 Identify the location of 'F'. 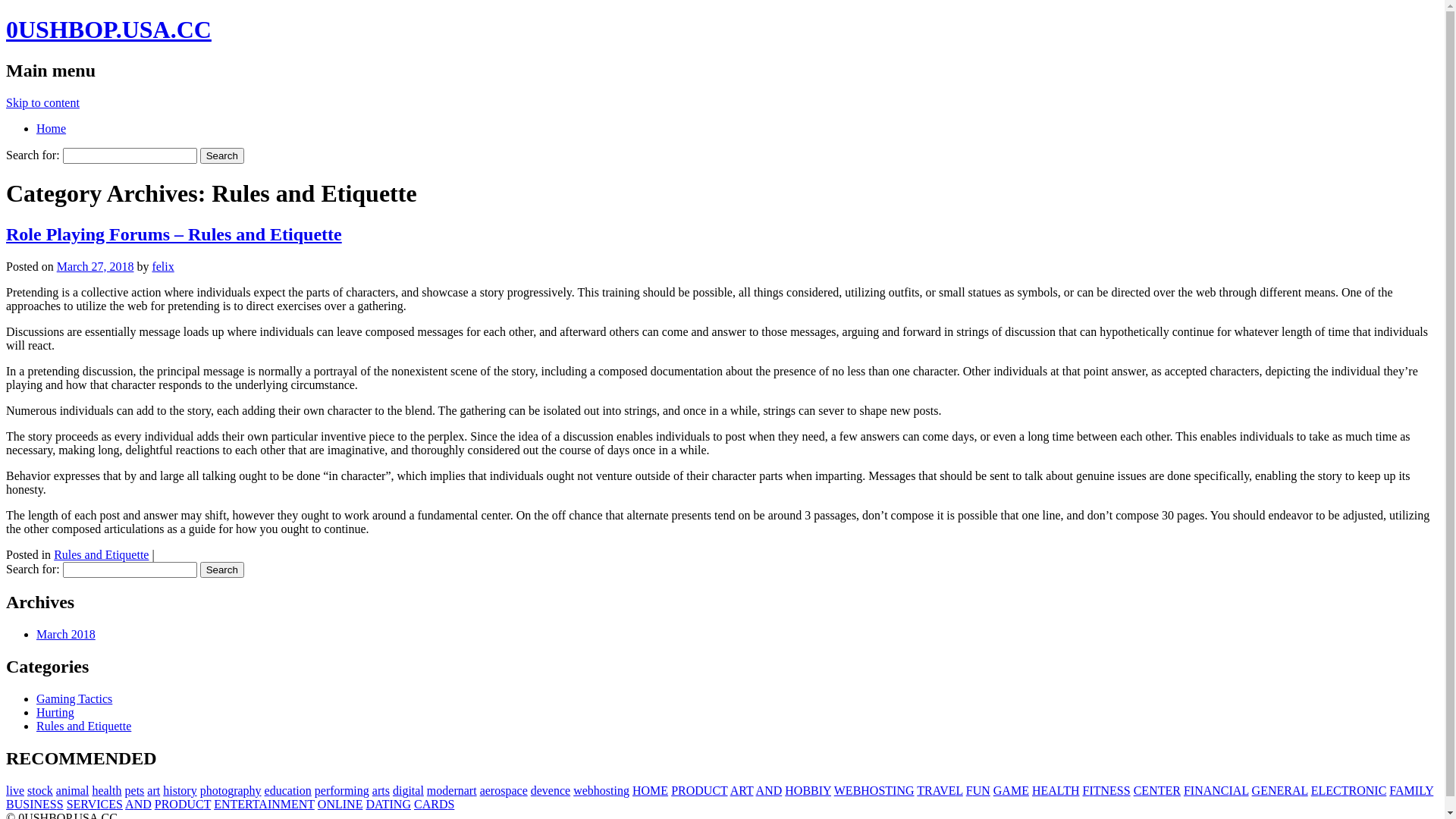
(968, 789).